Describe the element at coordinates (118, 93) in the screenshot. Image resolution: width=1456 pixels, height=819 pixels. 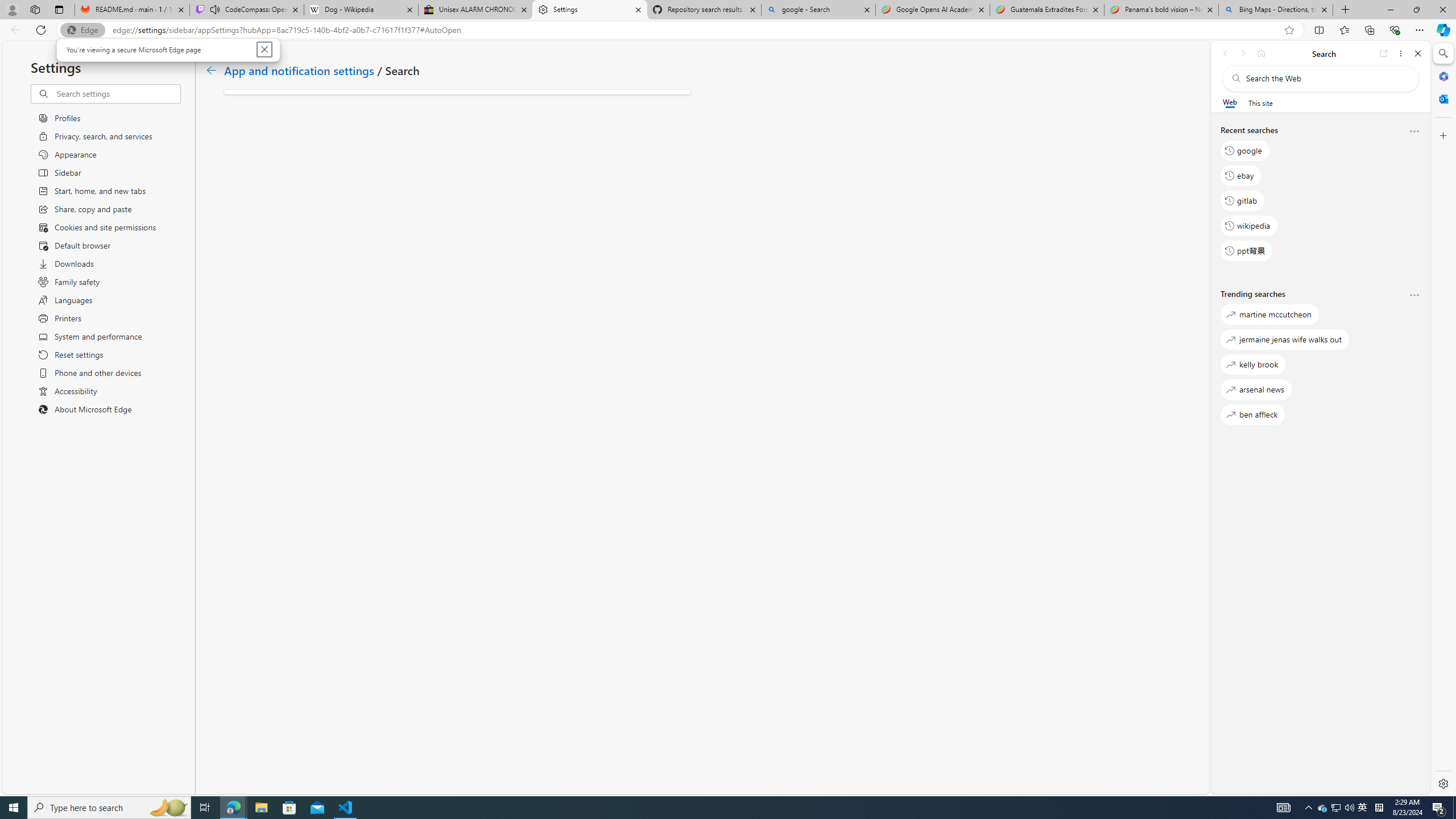
I see `'Search settings'` at that location.